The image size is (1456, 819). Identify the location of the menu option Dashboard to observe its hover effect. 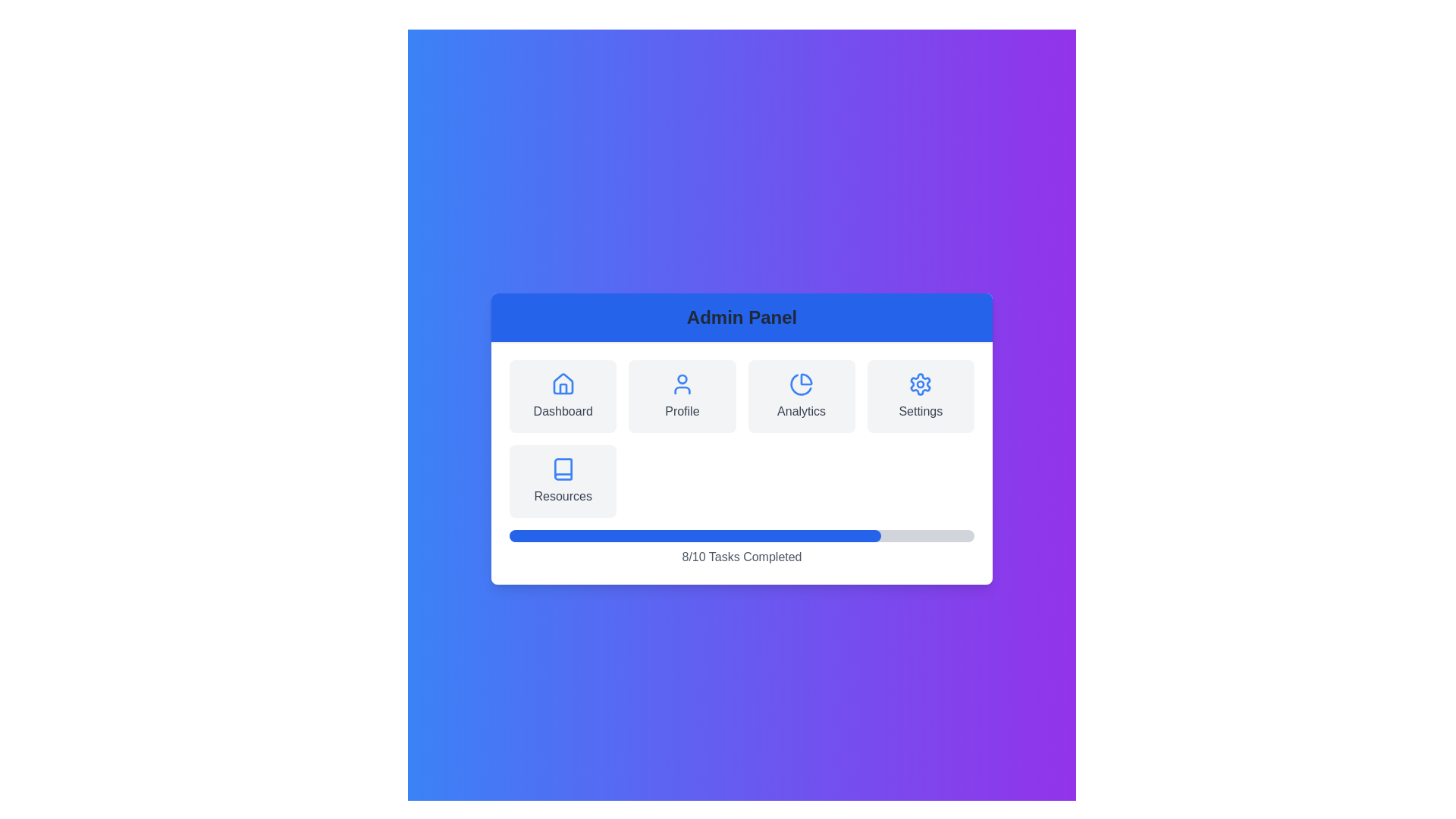
(562, 396).